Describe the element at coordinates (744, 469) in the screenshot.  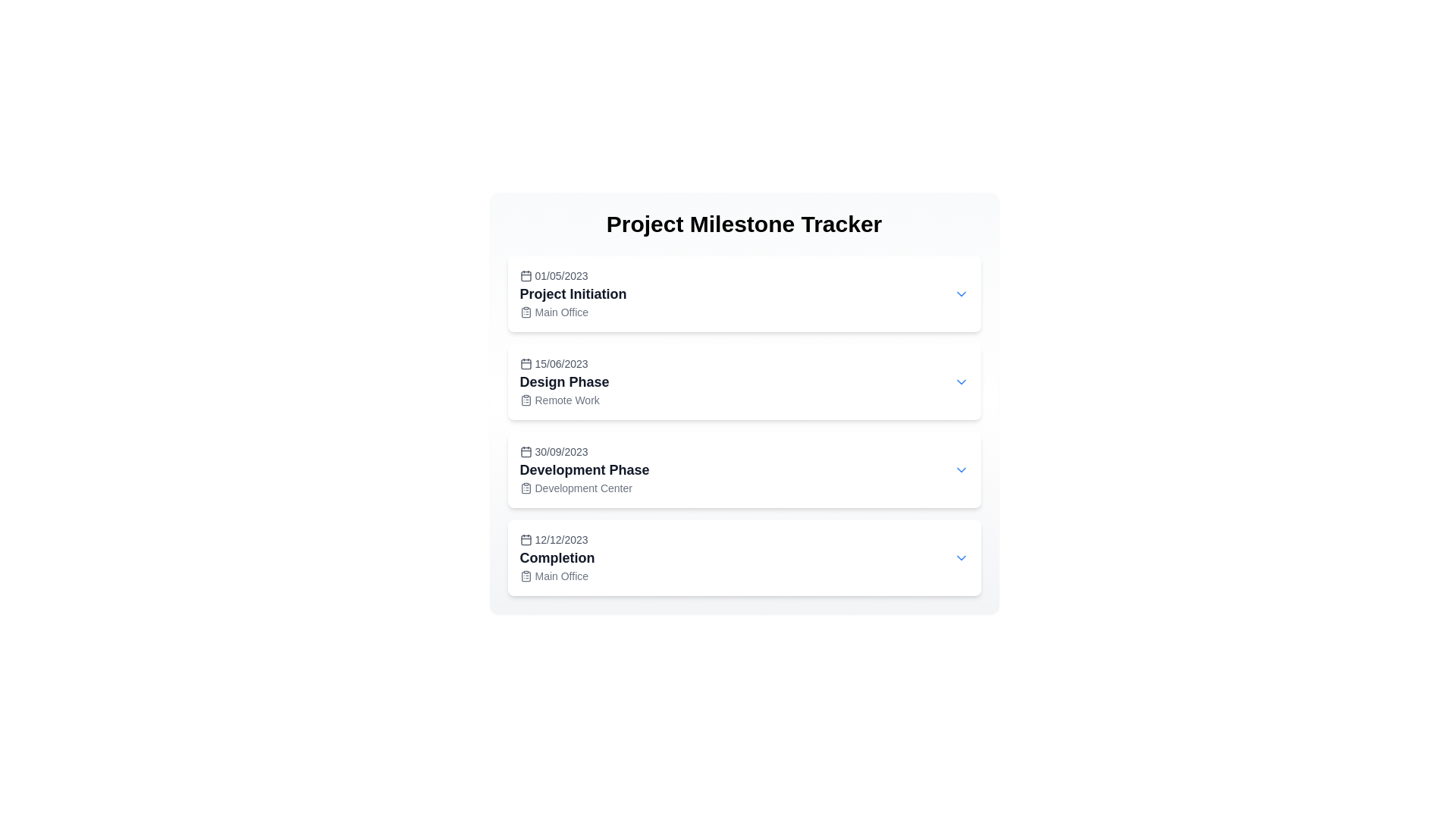
I see `the Informational Card which is a rounded rectangle with a white background, located in the Project Milestone Tracker section, positioned between 'Design Phase Remote Work' and 'Completion Main Office'` at that location.